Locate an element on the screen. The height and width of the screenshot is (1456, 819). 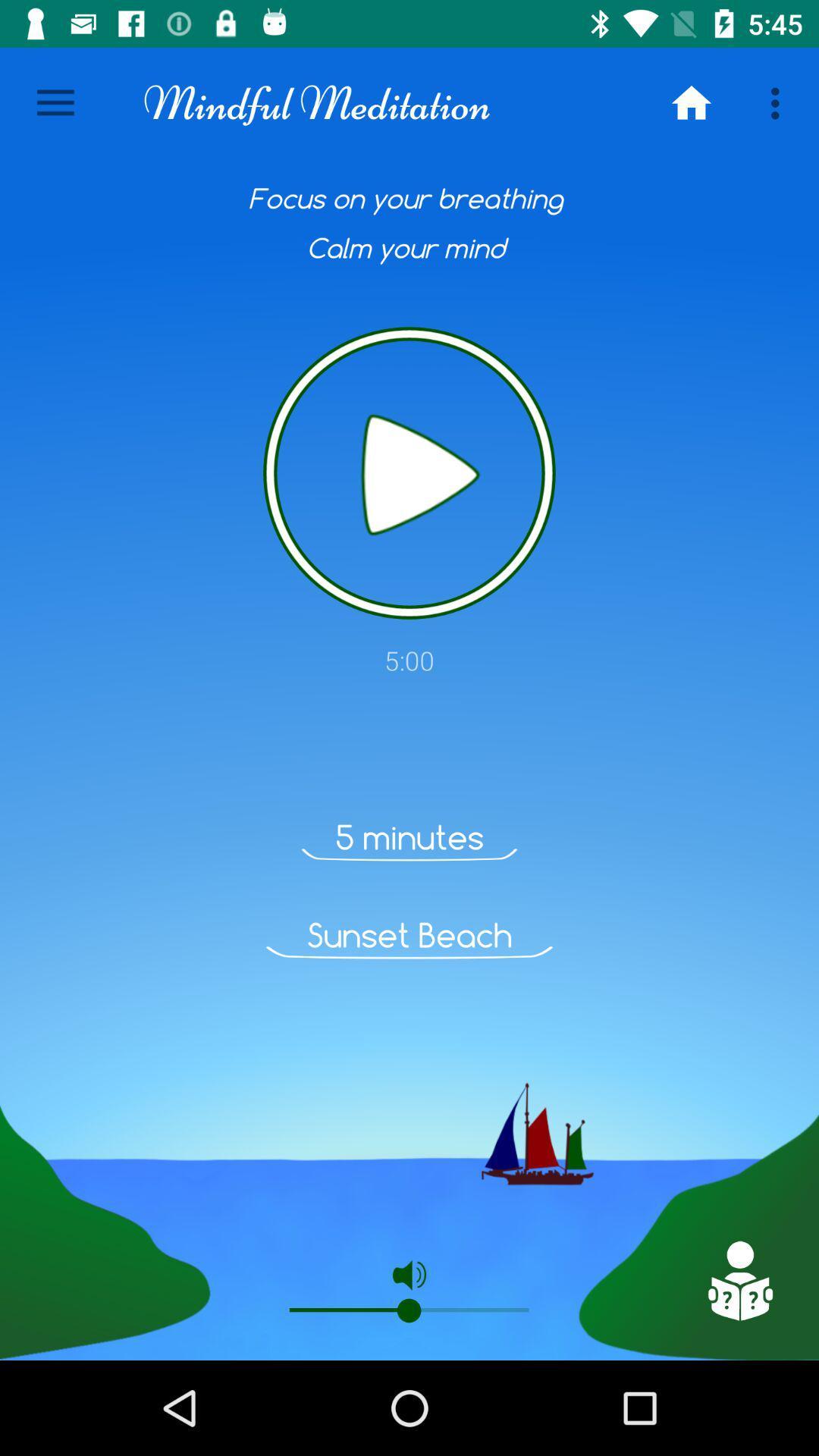
sound is located at coordinates (409, 472).